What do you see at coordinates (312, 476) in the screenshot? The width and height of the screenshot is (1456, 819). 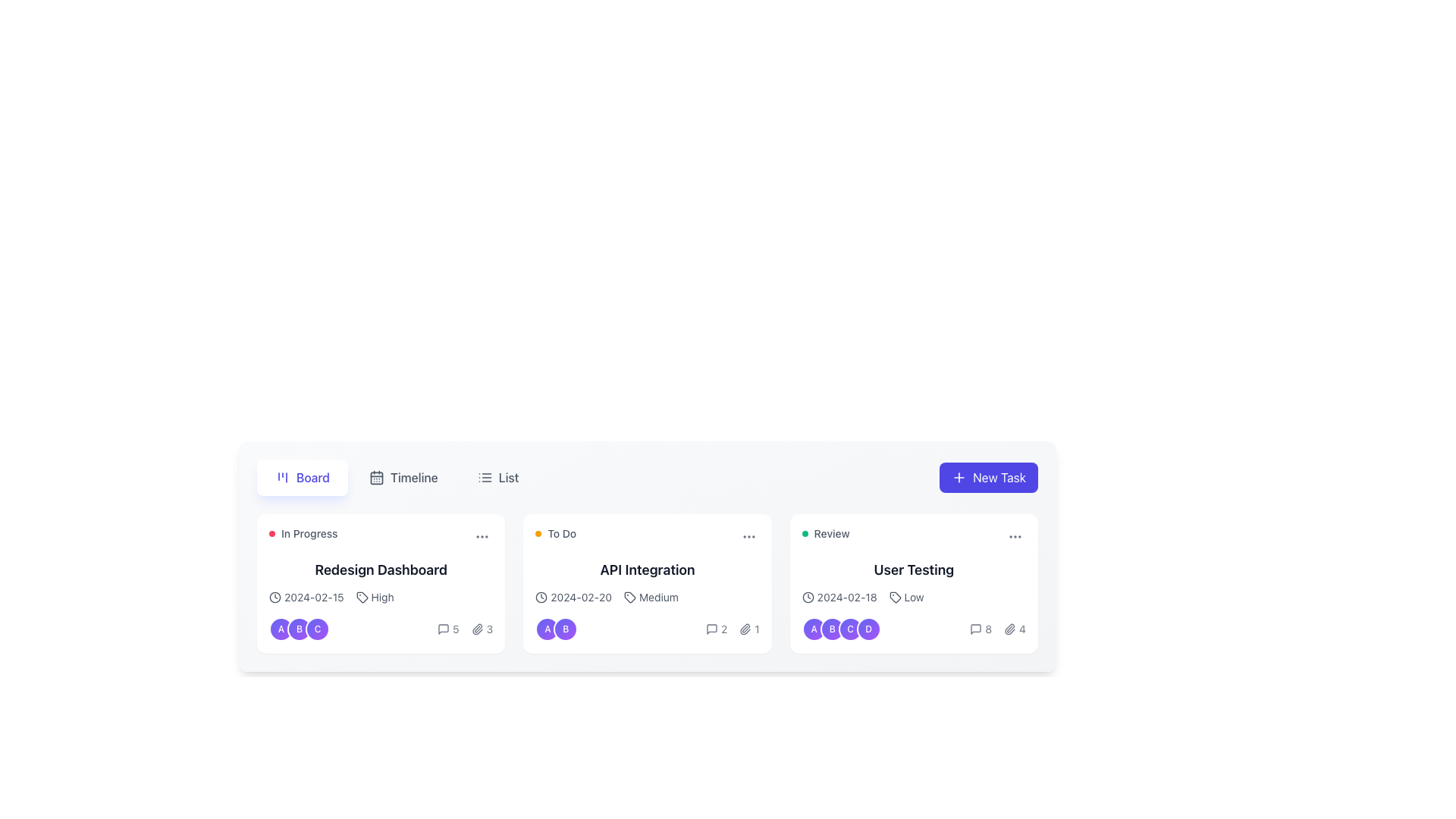 I see `the text label displaying the word 'Board' which is styled in purple with a slight shadow, located in the center-right side of a clickable button within a navigational menu` at bounding box center [312, 476].